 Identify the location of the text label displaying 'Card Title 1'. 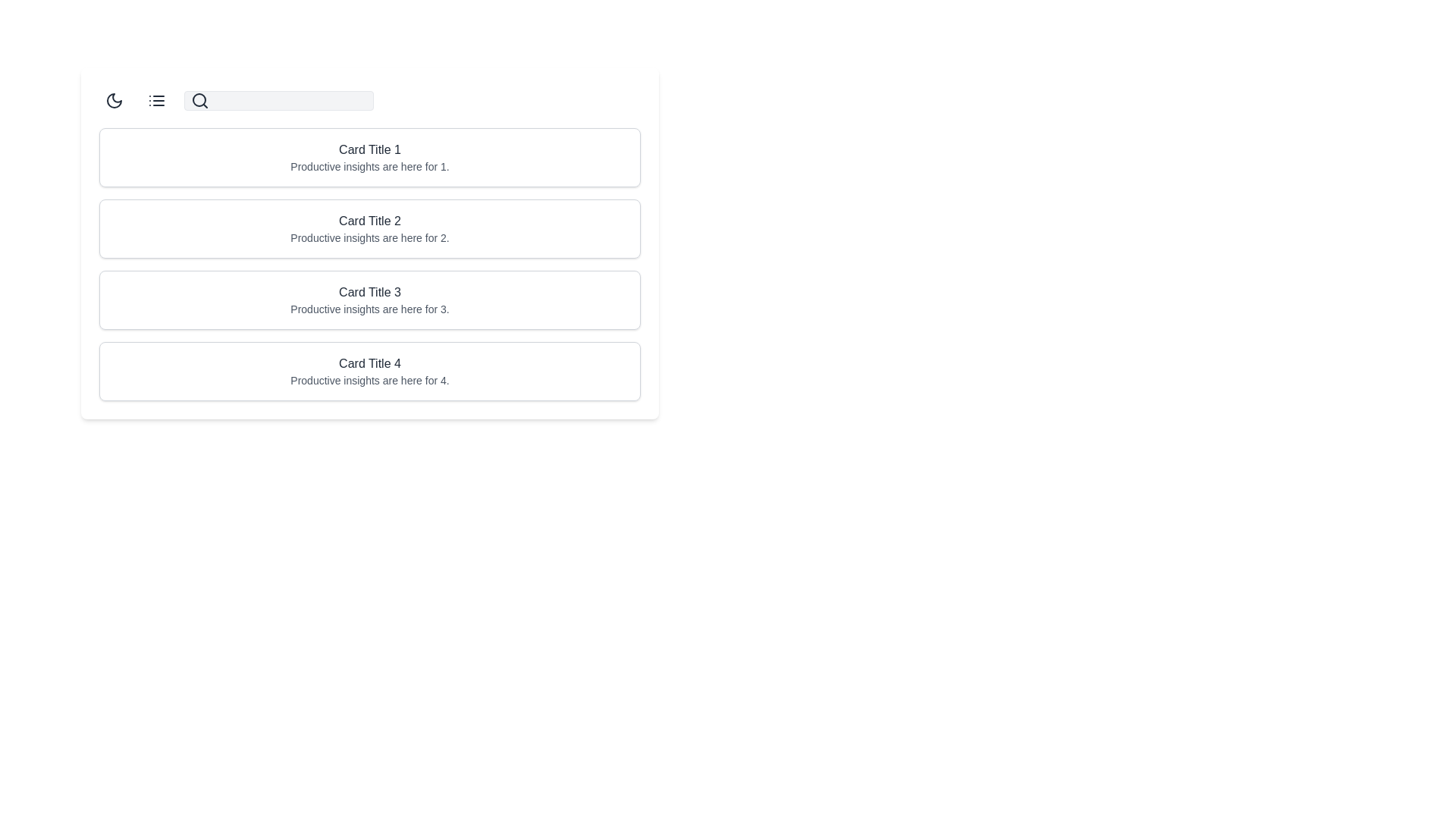
(370, 149).